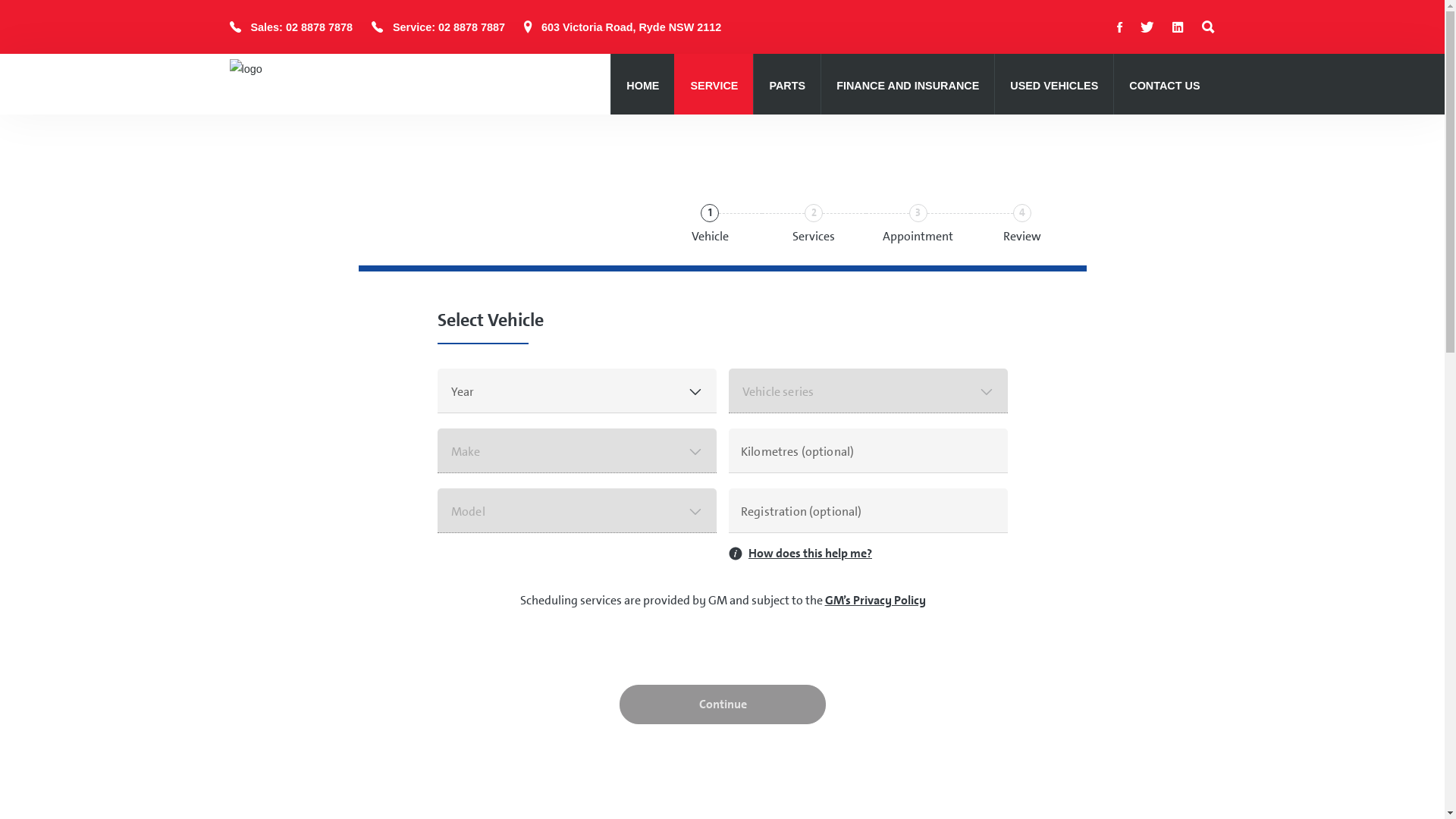  What do you see at coordinates (1053, 86) in the screenshot?
I see `'USED VEHICLES'` at bounding box center [1053, 86].